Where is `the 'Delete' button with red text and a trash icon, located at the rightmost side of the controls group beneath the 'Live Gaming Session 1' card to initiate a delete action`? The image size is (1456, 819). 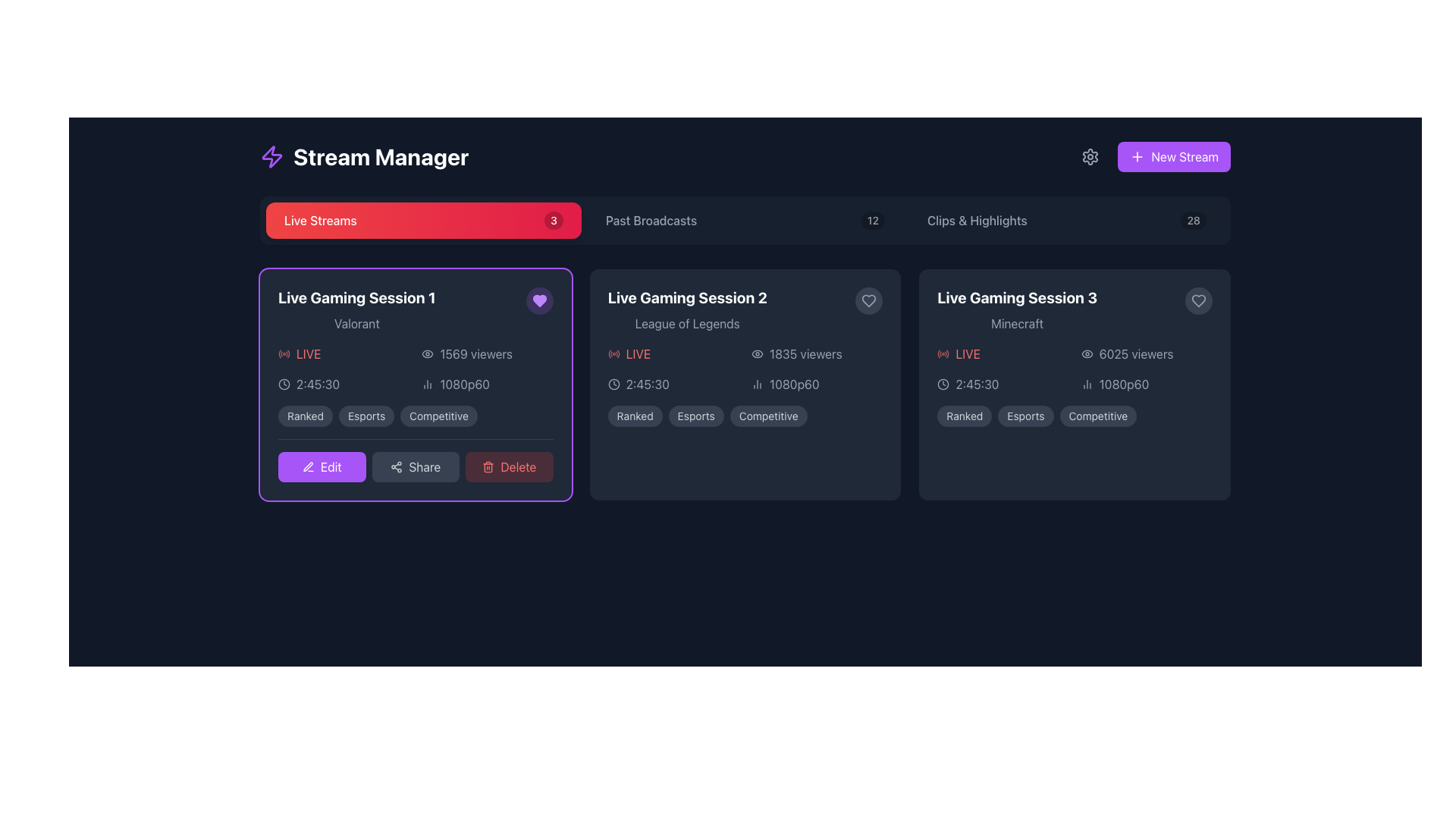
the 'Delete' button with red text and a trash icon, located at the rightmost side of the controls group beneath the 'Live Gaming Session 1' card to initiate a delete action is located at coordinates (509, 466).